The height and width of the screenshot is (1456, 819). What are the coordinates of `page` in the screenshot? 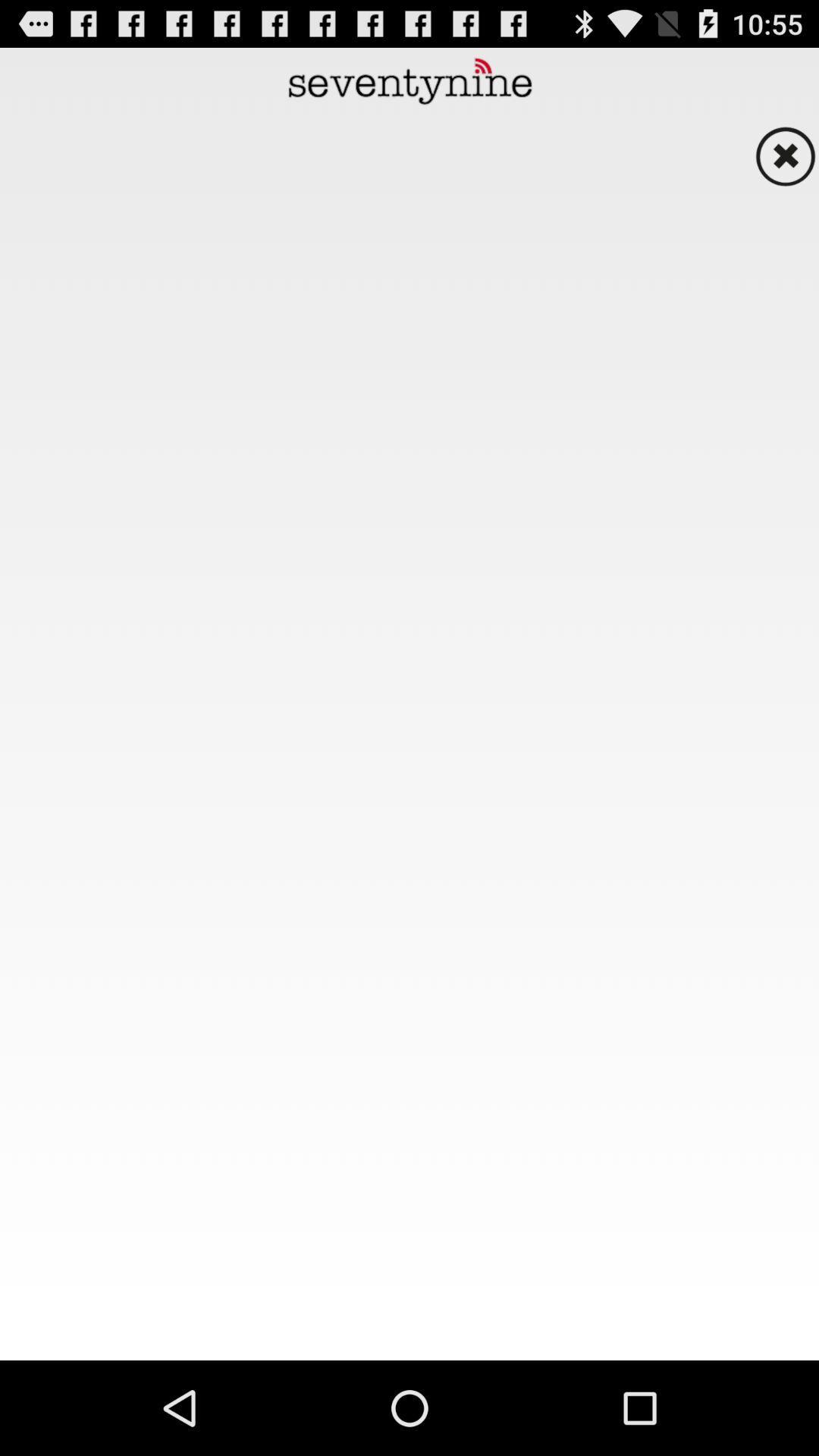 It's located at (785, 156).